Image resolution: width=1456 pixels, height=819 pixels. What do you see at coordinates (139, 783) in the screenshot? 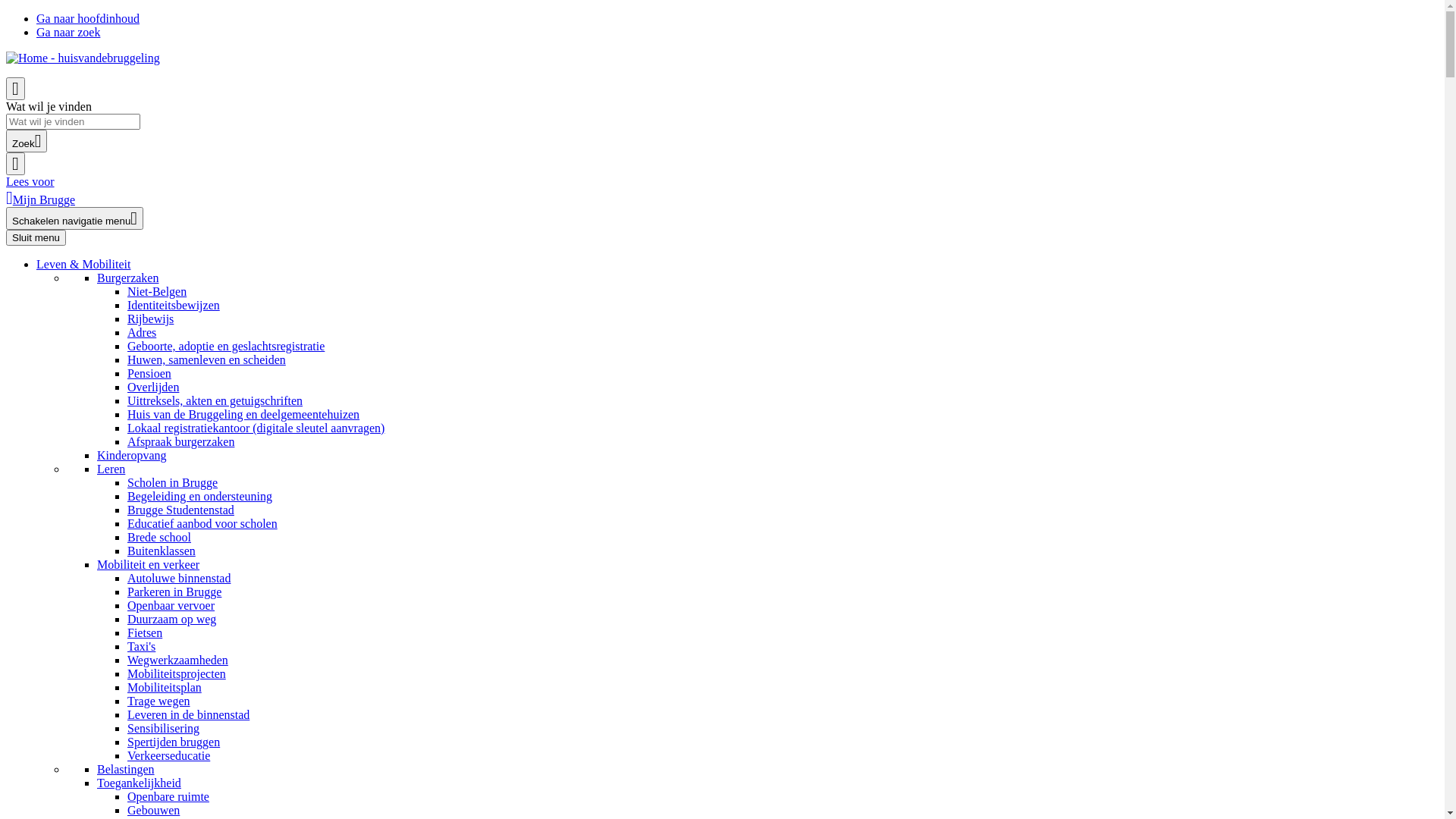
I see `'Toegankelijkheid'` at bounding box center [139, 783].